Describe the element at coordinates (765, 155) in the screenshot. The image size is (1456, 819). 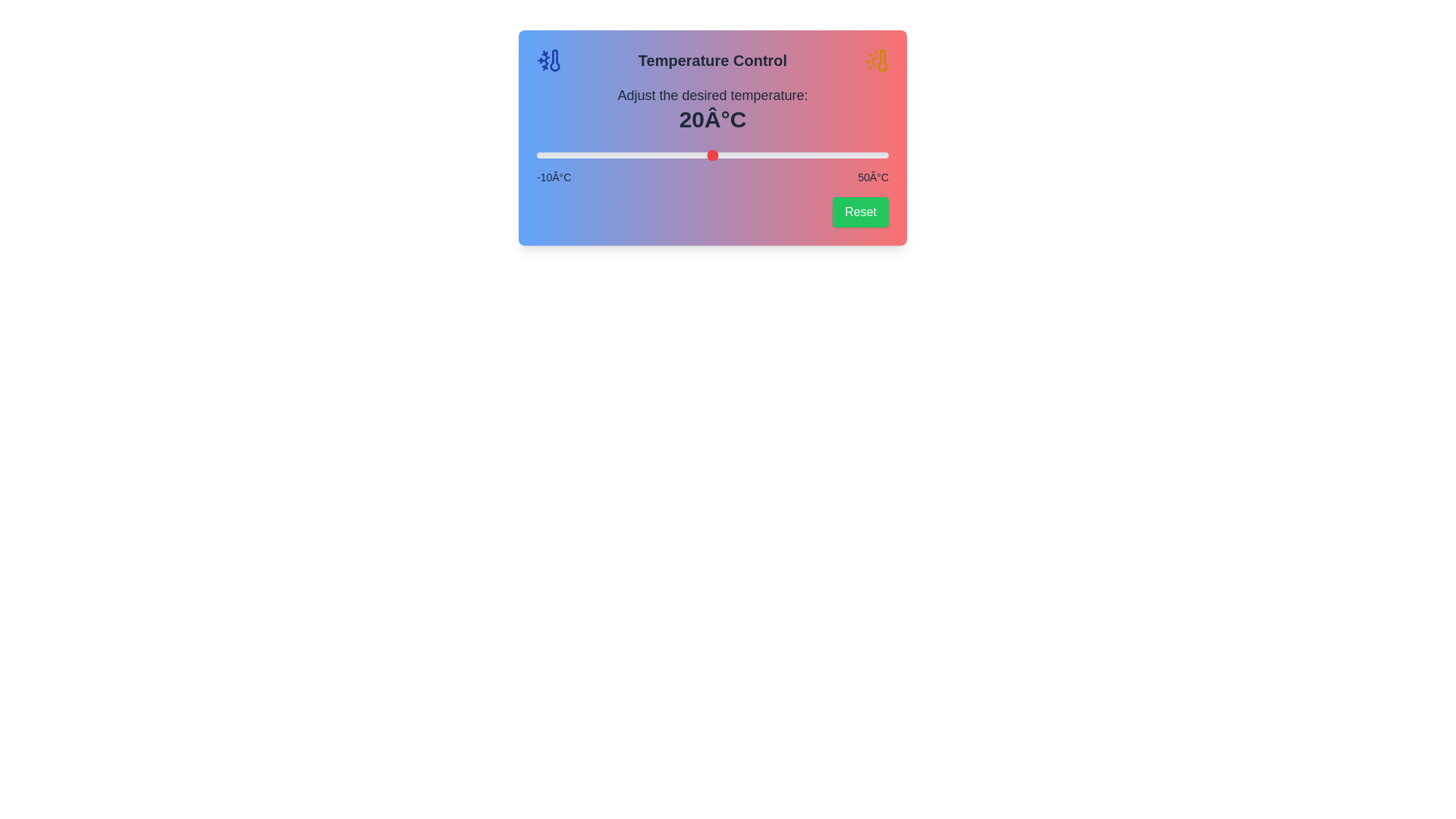
I see `the slider to set the temperature to 29°C` at that location.